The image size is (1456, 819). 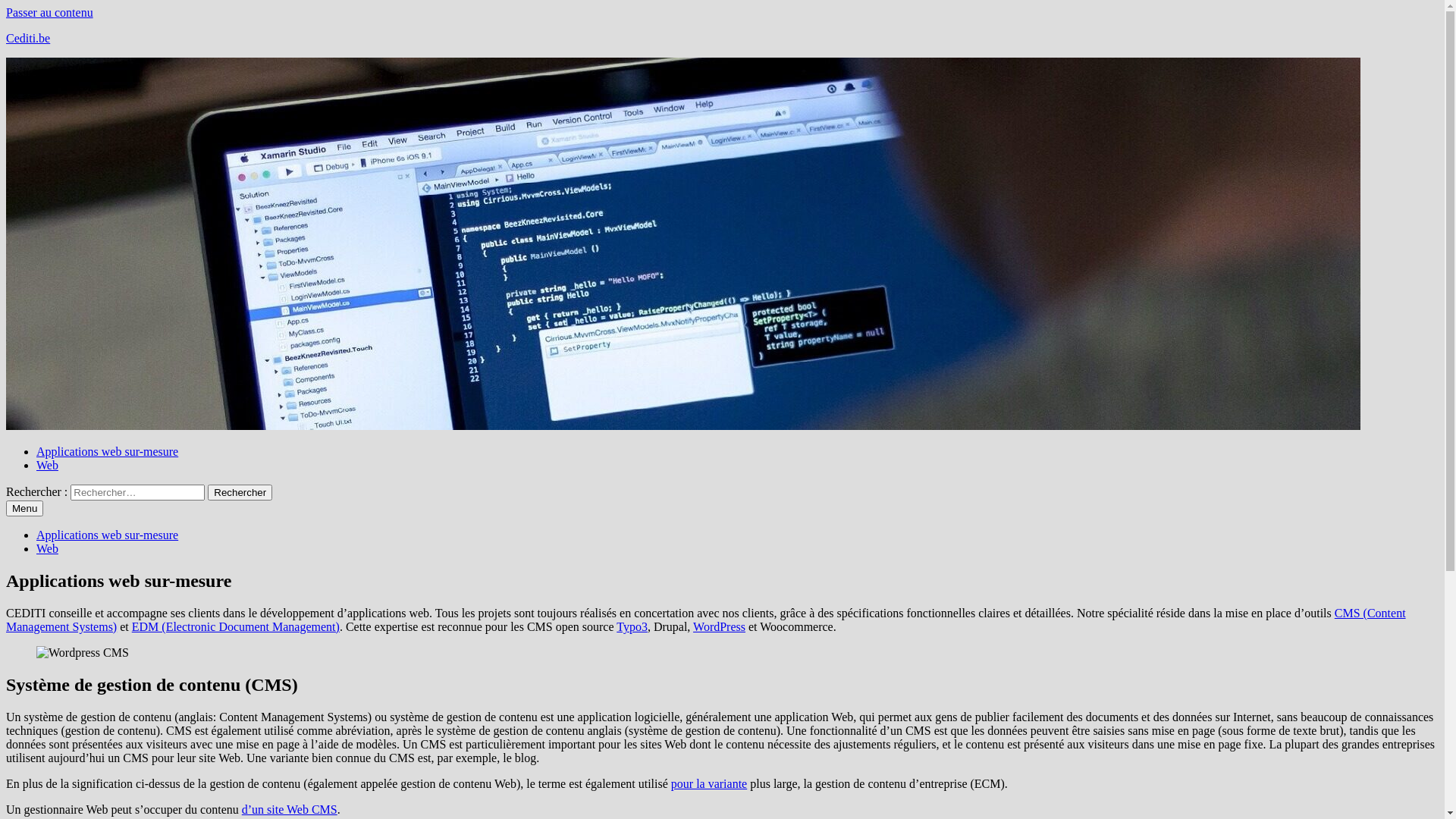 I want to click on 'Applications web sur-mesure', so click(x=106, y=450).